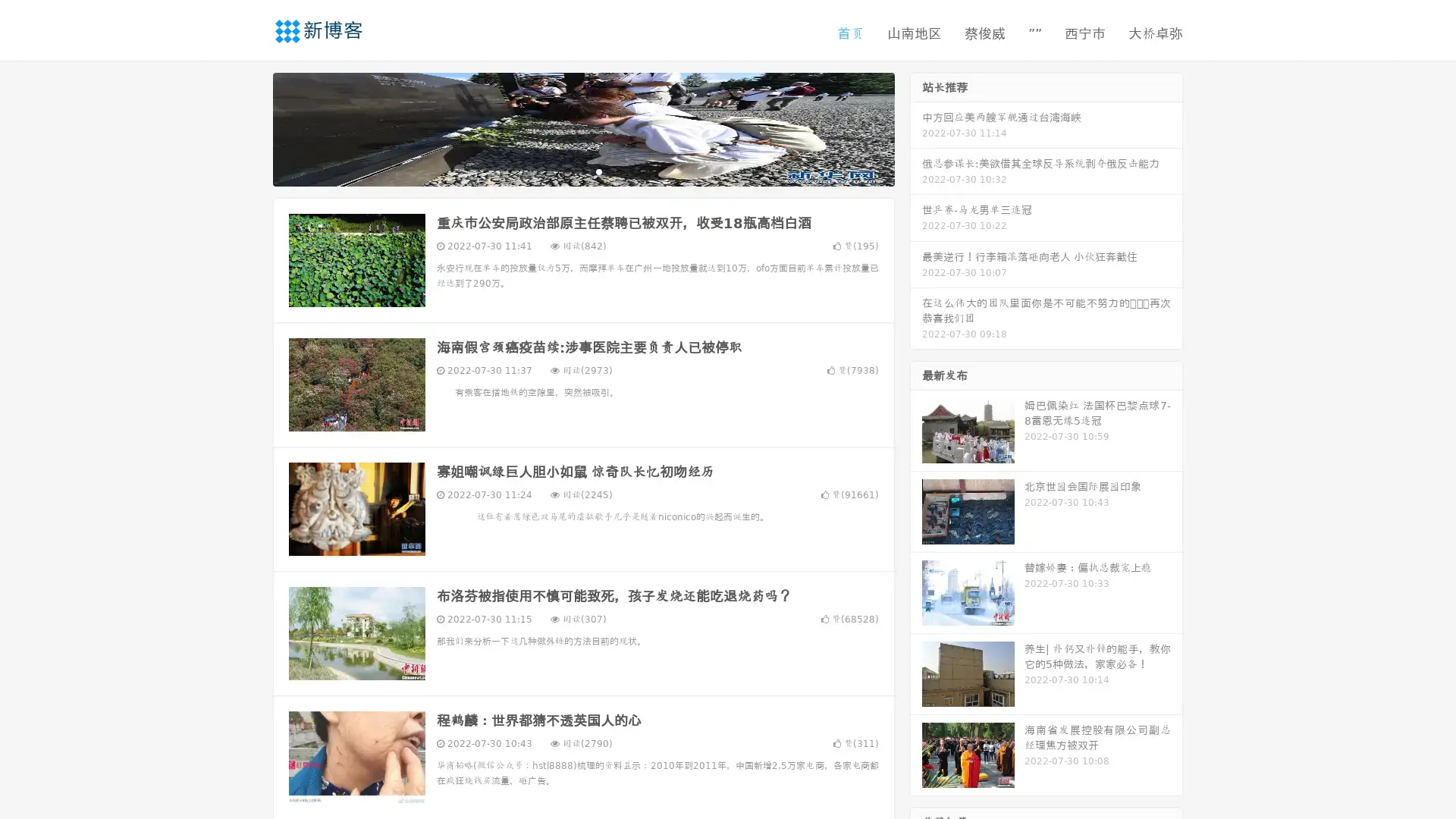 This screenshot has height=819, width=1456. Describe the element at coordinates (916, 127) in the screenshot. I see `Next slide` at that location.